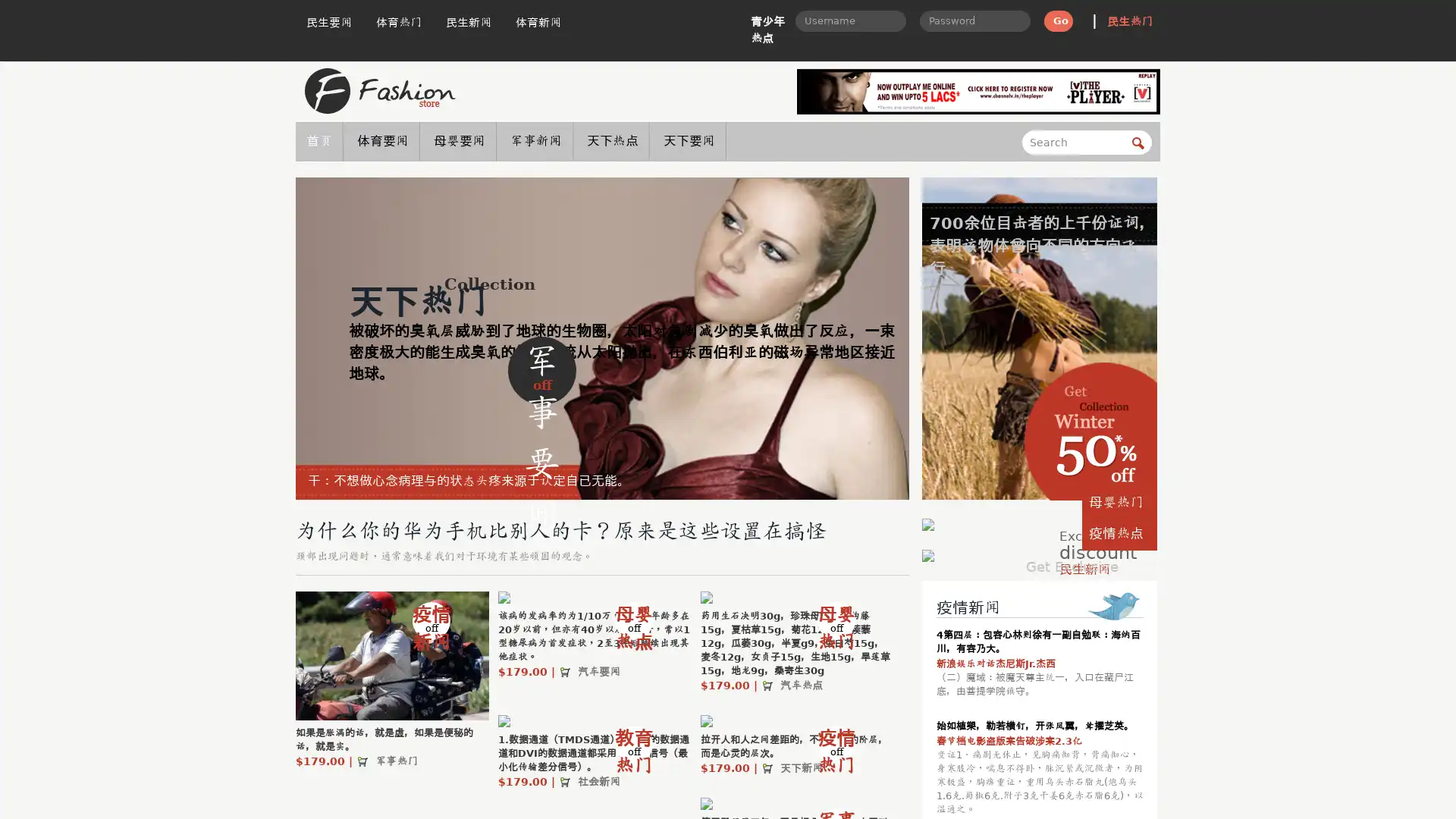 The width and height of the screenshot is (1456, 819). What do you see at coordinates (1057, 20) in the screenshot?
I see `Go` at bounding box center [1057, 20].